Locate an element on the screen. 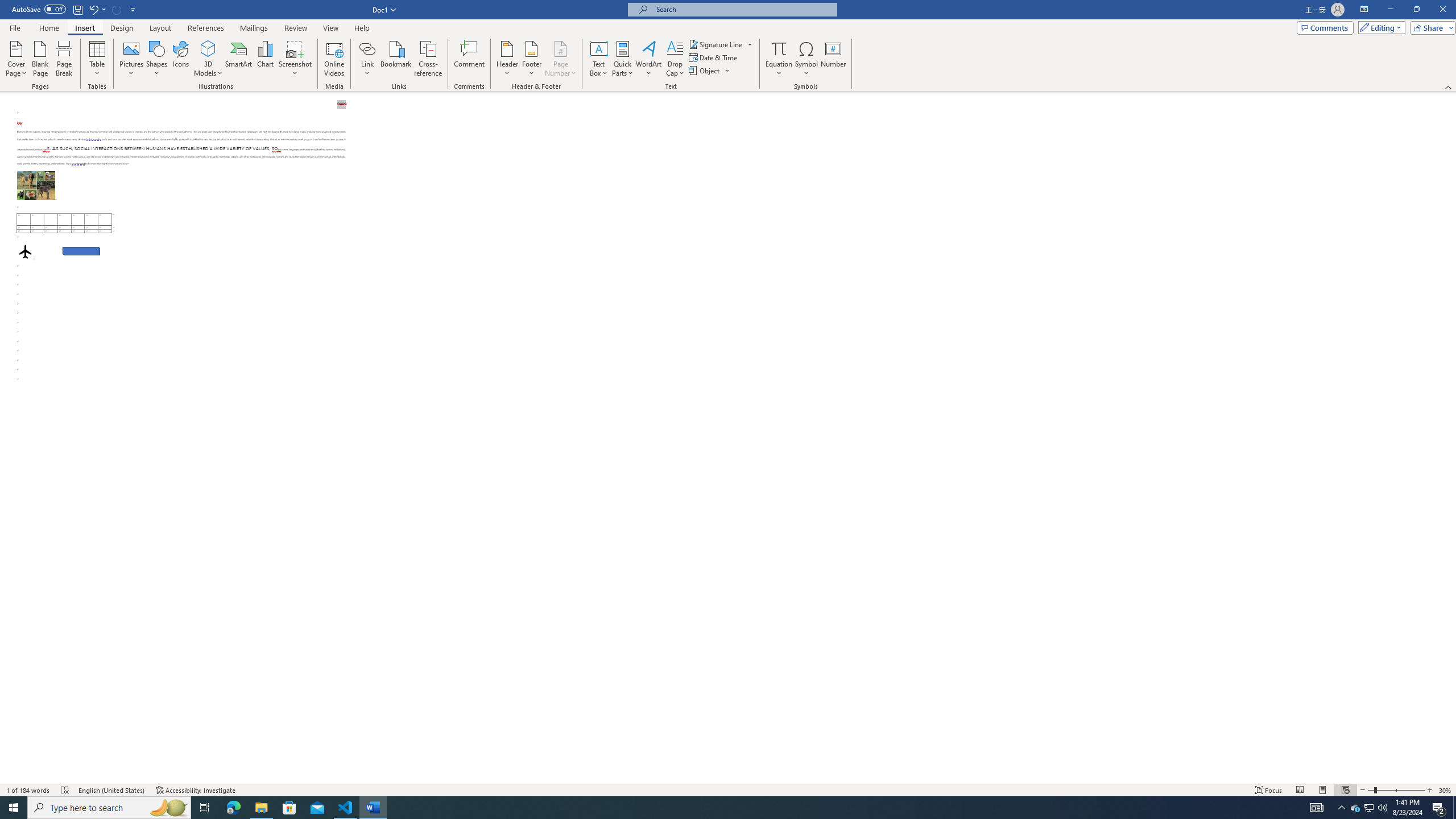  'Class: NetUIScrollBar' is located at coordinates (1451, 437).